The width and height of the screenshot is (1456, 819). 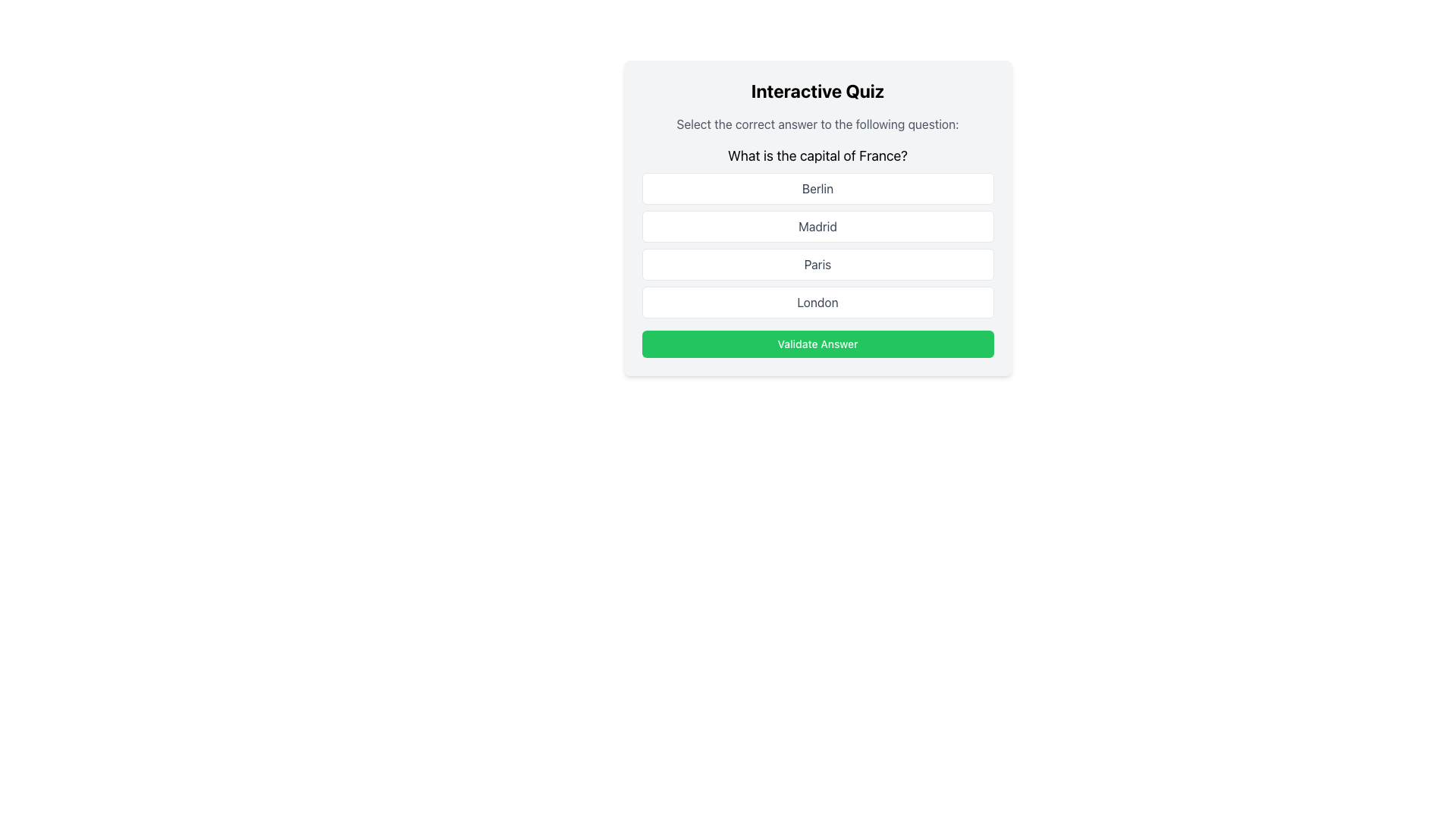 I want to click on the submit button located at the bottom of the interactive quiz section, so click(x=817, y=344).